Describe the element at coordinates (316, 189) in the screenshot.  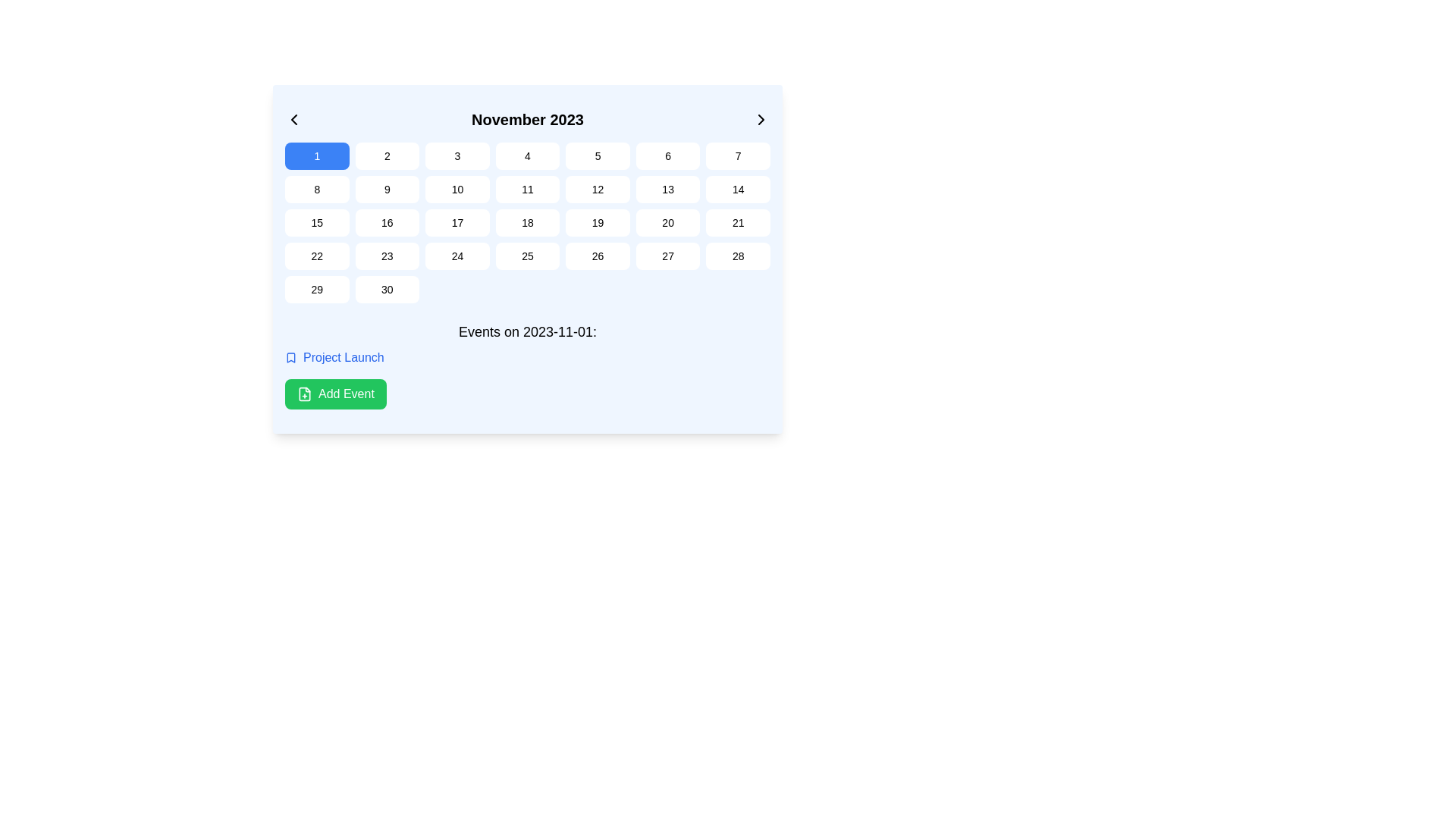
I see `the rectangular button displaying the number '8' in the calendar interface` at that location.